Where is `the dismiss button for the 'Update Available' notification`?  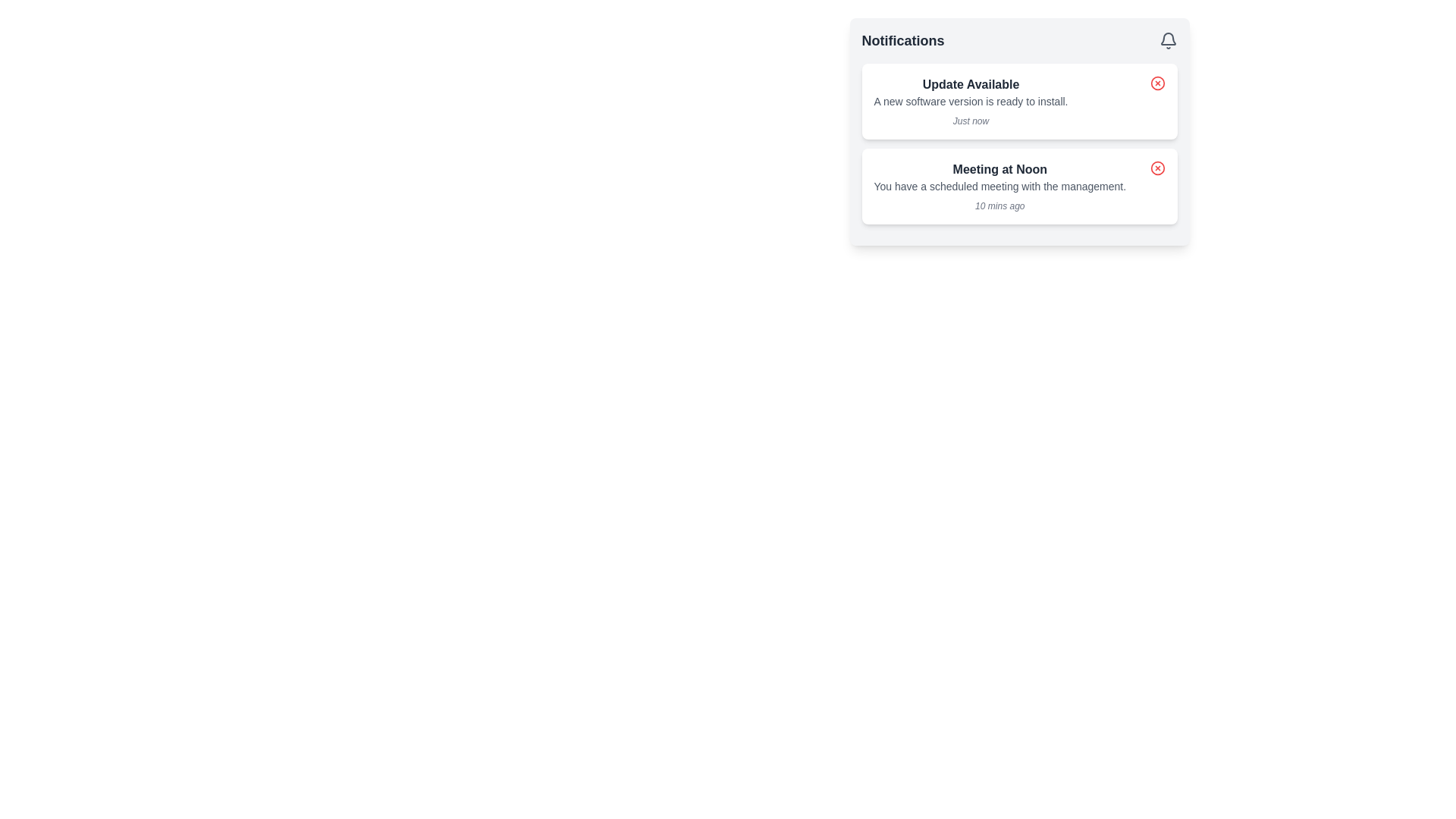 the dismiss button for the 'Update Available' notification is located at coordinates (1156, 83).